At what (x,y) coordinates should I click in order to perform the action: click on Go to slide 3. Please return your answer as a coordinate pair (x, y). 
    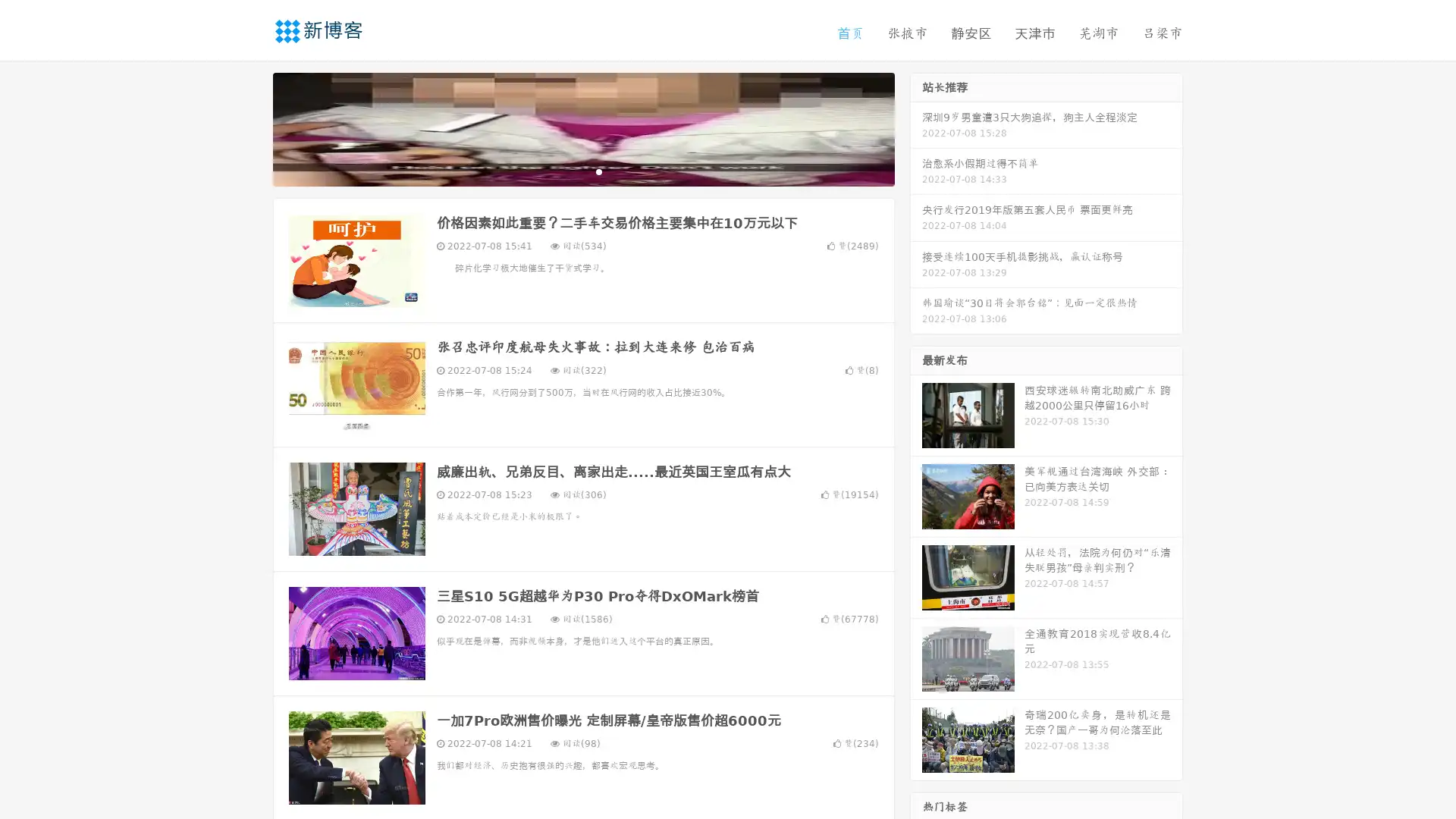
    Looking at the image, I should click on (598, 171).